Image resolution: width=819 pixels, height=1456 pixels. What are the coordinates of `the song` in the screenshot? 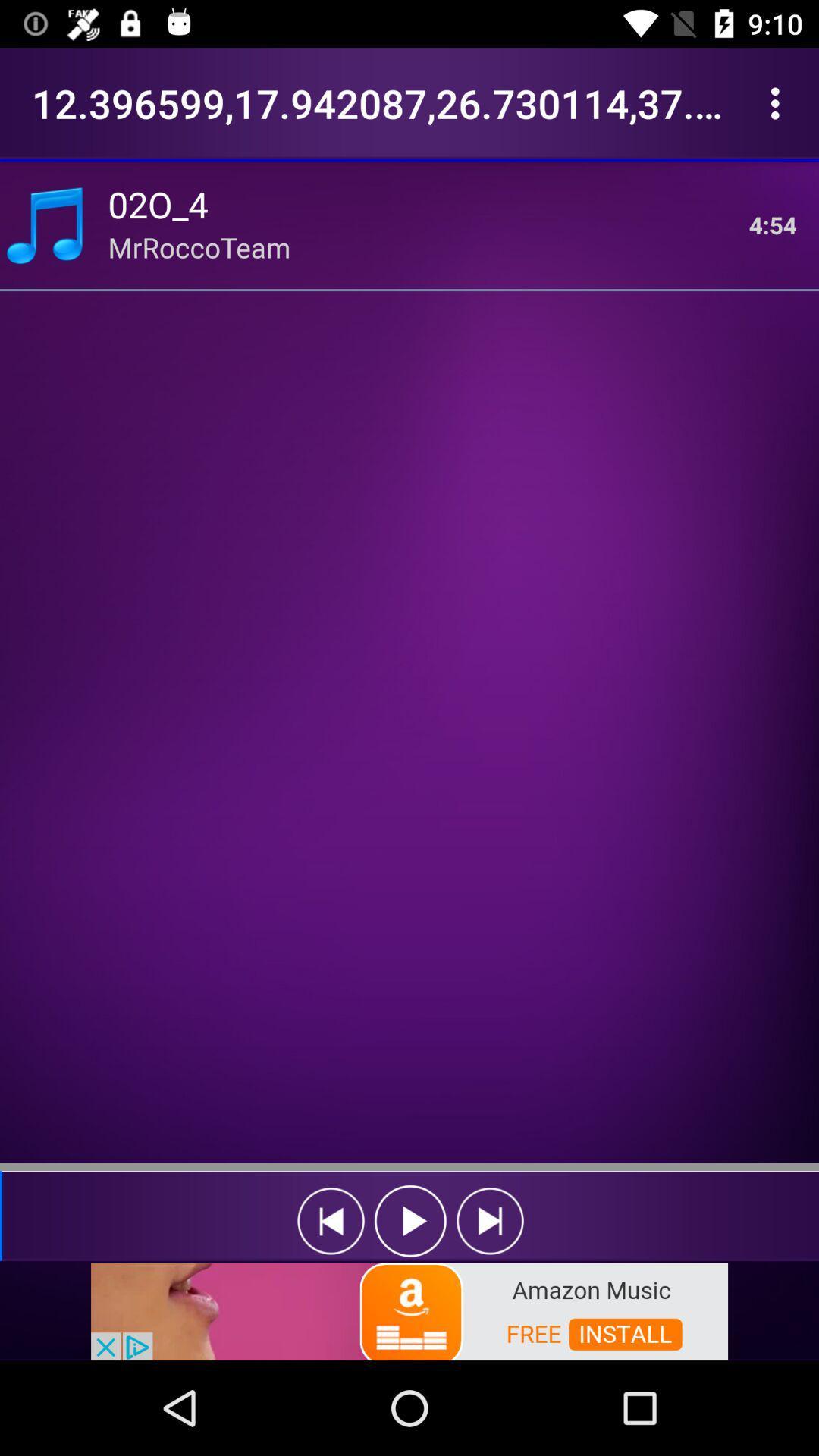 It's located at (410, 1221).